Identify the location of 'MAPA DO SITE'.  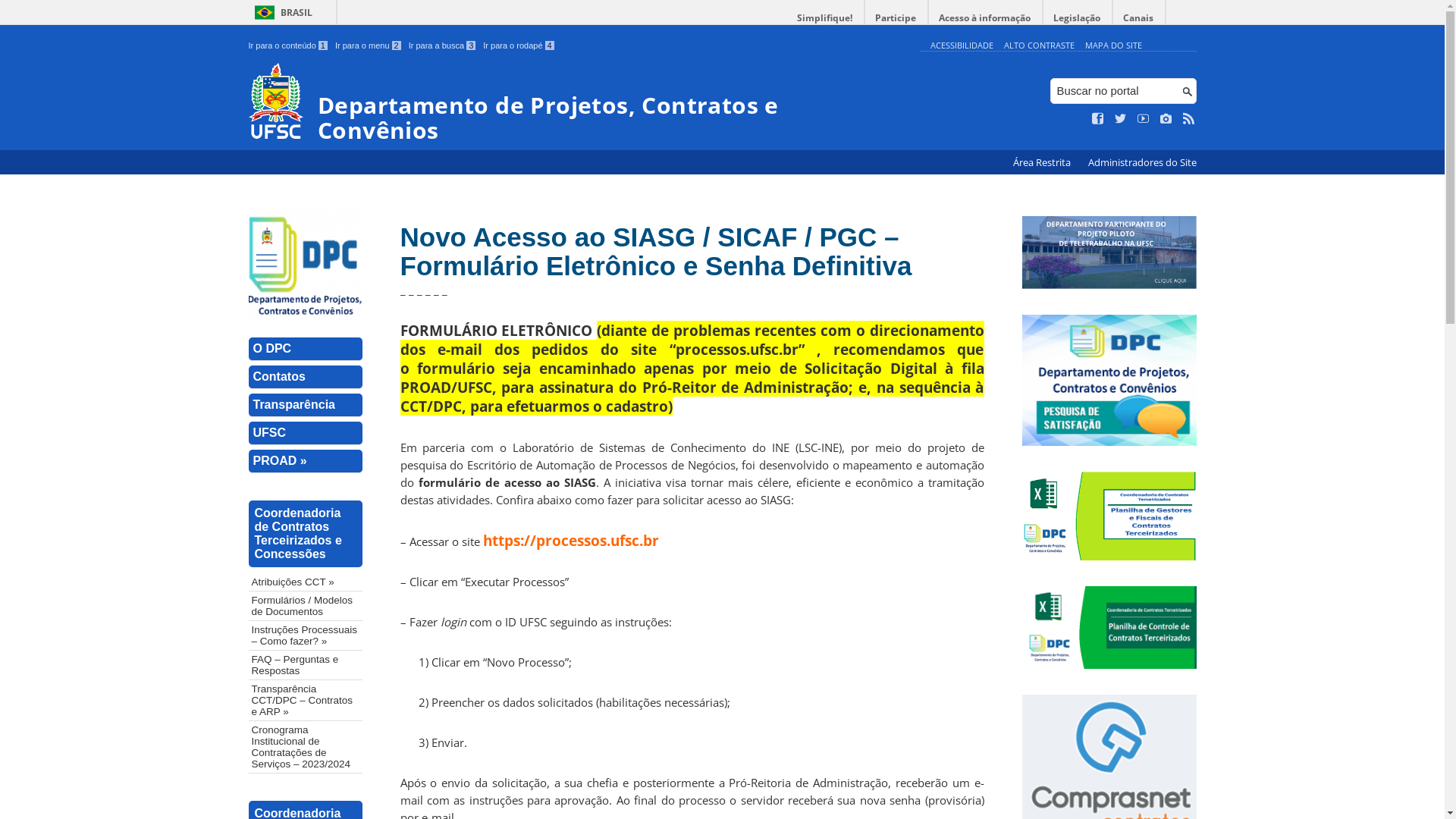
(1112, 44).